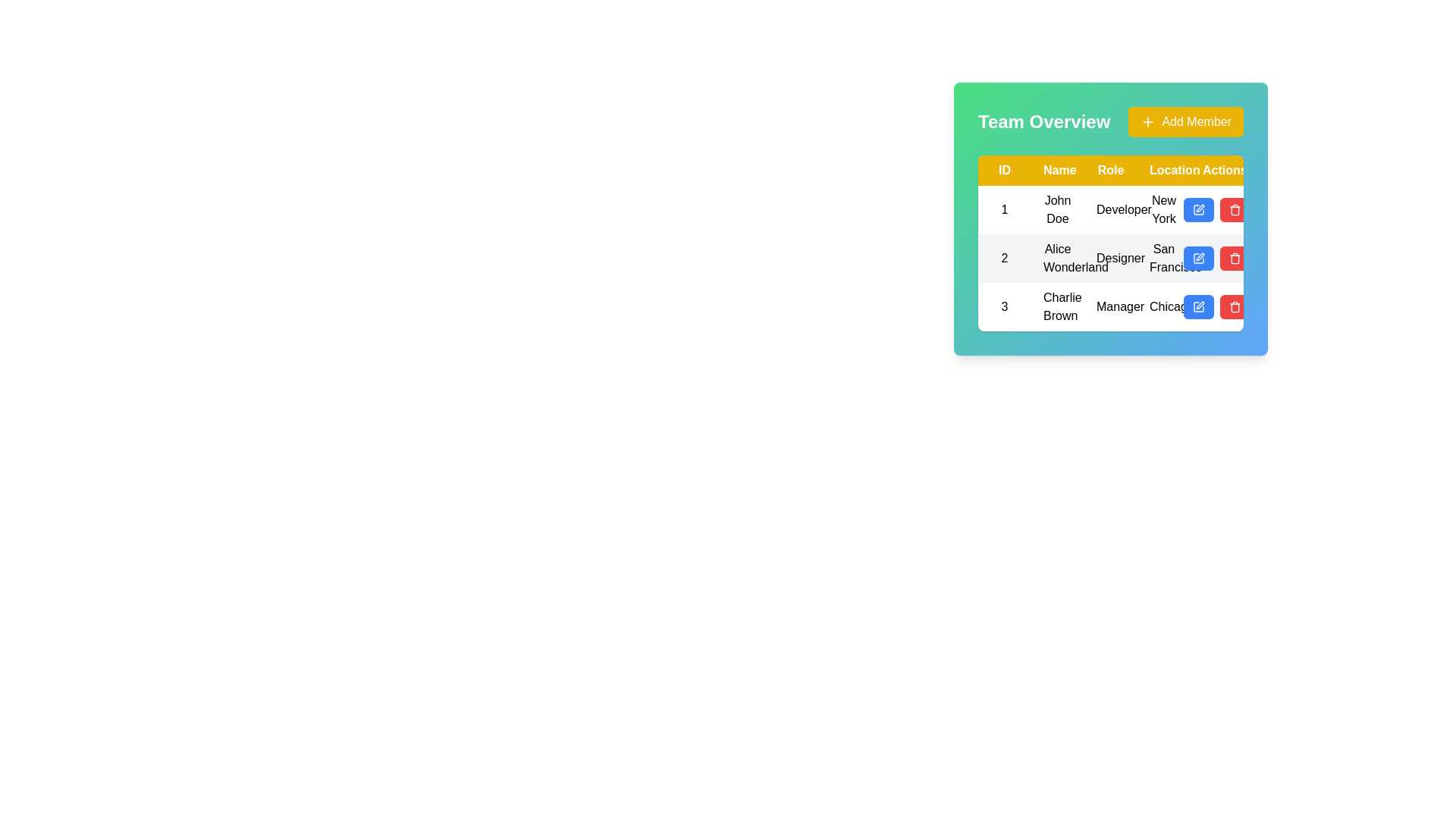 The width and height of the screenshot is (1456, 819). What do you see at coordinates (1004, 307) in the screenshot?
I see `the static text label representing the third entry in the table under the 'ID' column, which identifies 'Charlie Brown'` at bounding box center [1004, 307].